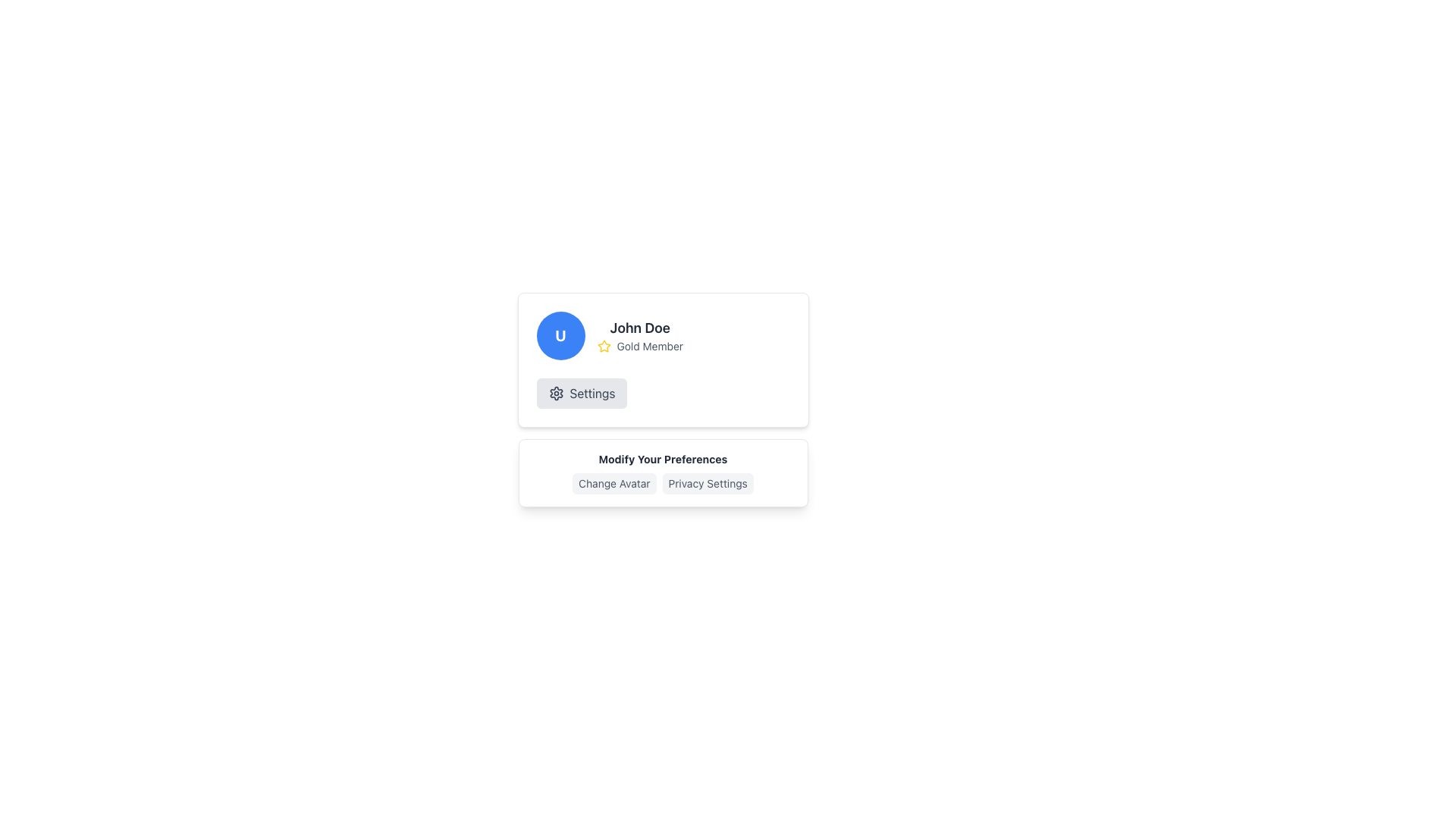  Describe the element at coordinates (640, 327) in the screenshot. I see `the 'John Doe' text label which is styled in bold and larger font, indicating emphasis on the name within the user profile card` at that location.